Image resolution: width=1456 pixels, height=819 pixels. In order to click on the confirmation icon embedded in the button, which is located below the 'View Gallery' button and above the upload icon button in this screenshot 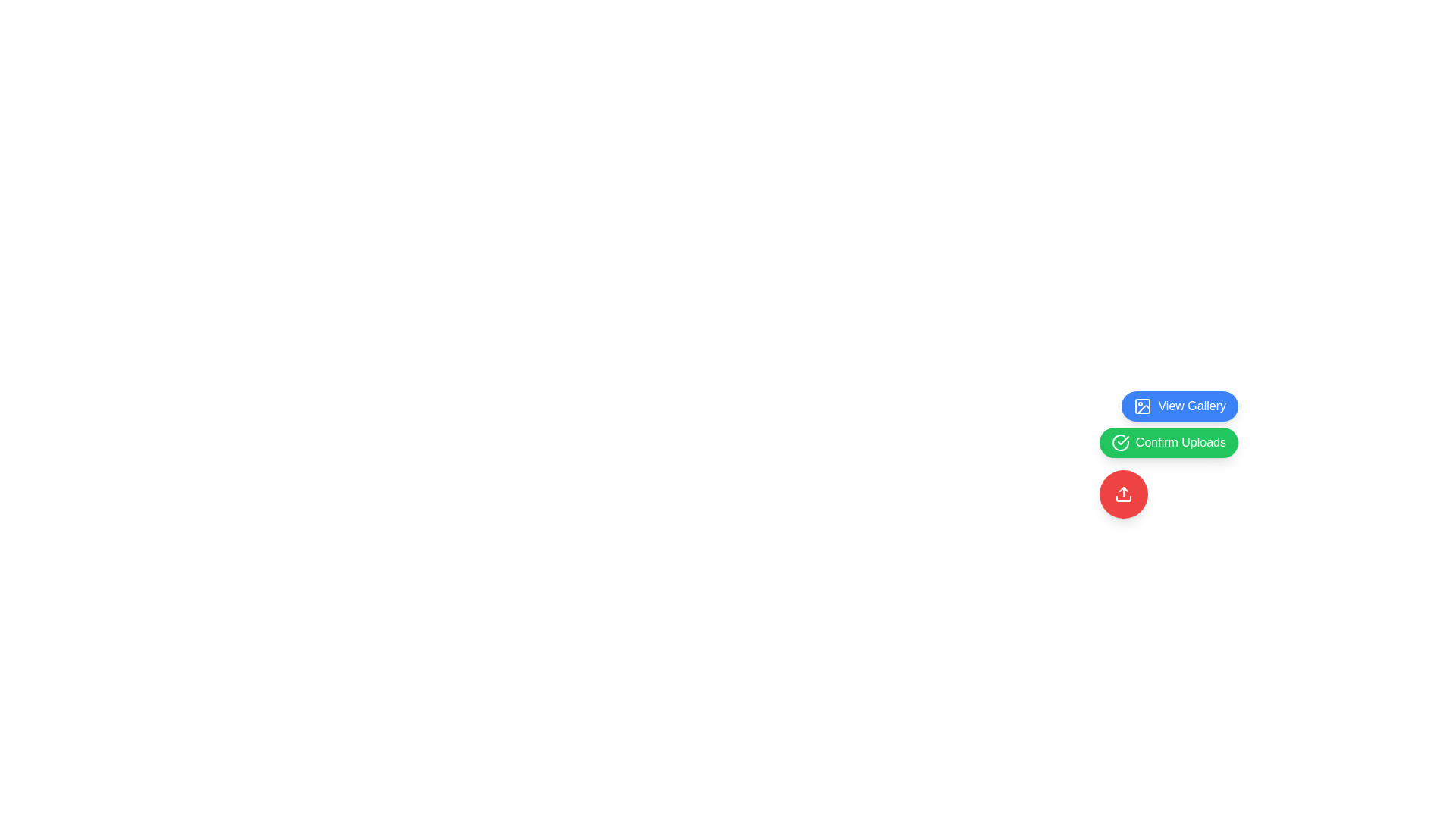, I will do `click(1123, 441)`.